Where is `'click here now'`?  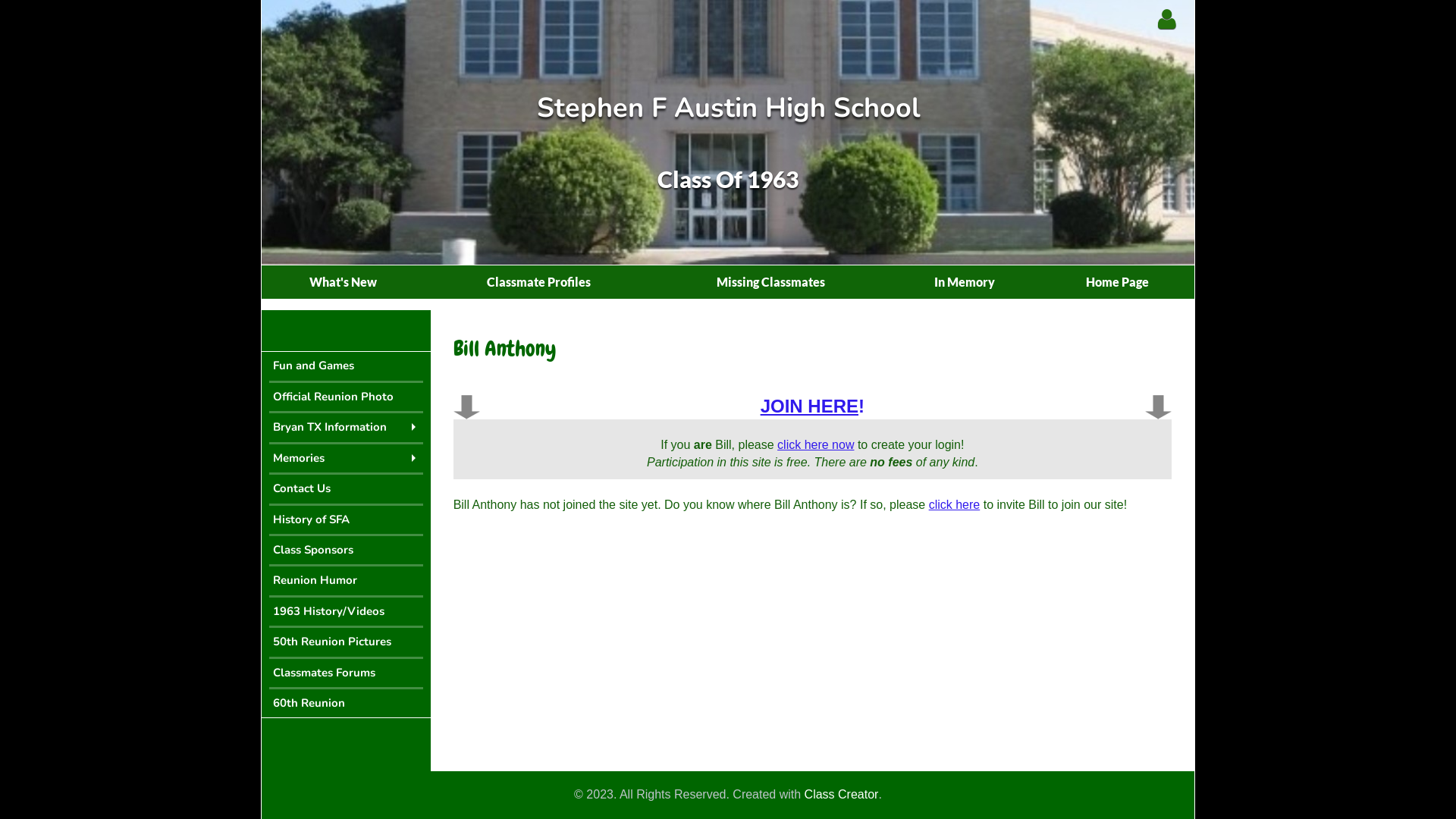
'click here now' is located at coordinates (814, 444).